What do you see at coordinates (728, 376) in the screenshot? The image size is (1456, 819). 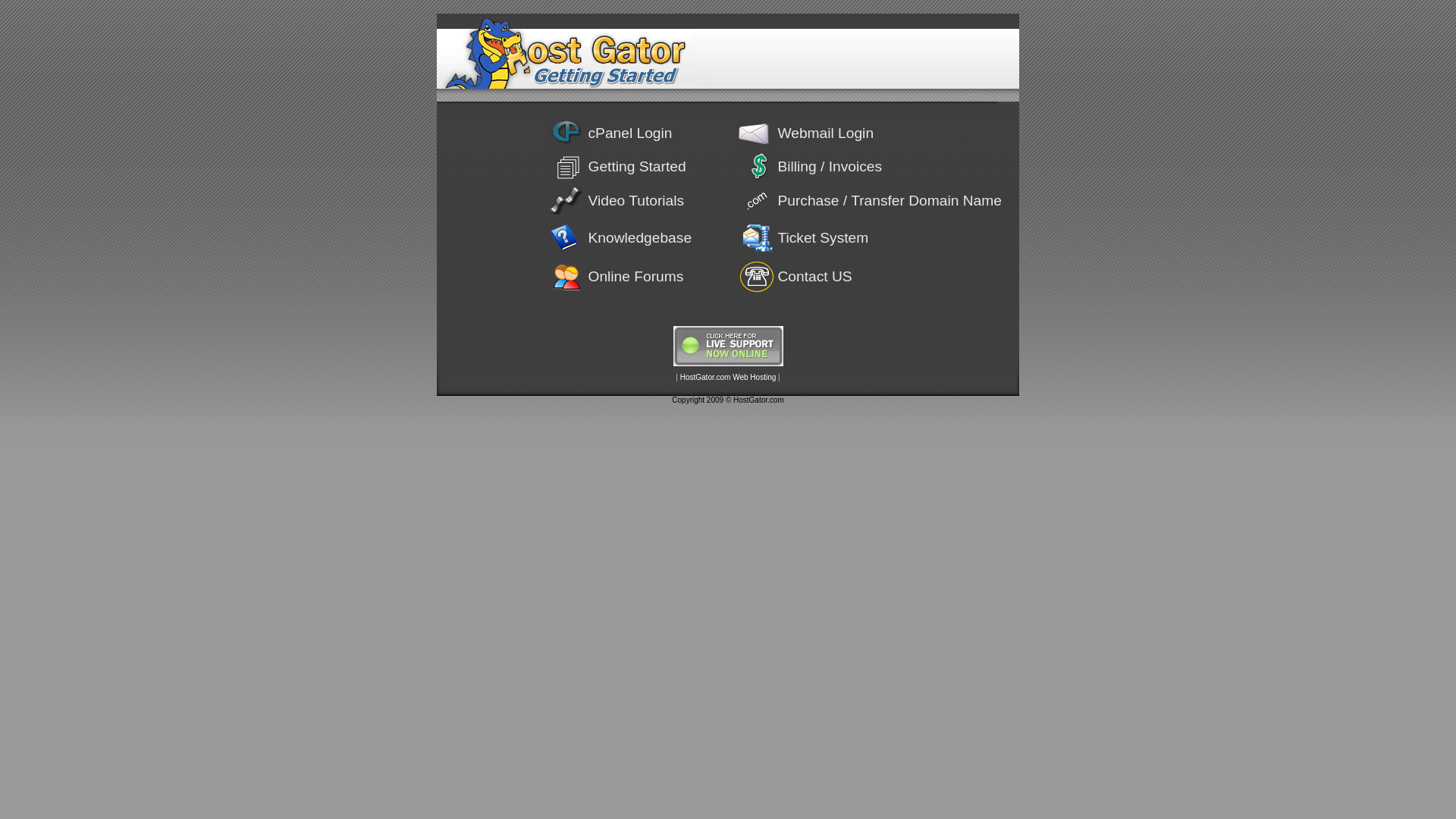 I see `'HostGator.com Web Hosting'` at bounding box center [728, 376].